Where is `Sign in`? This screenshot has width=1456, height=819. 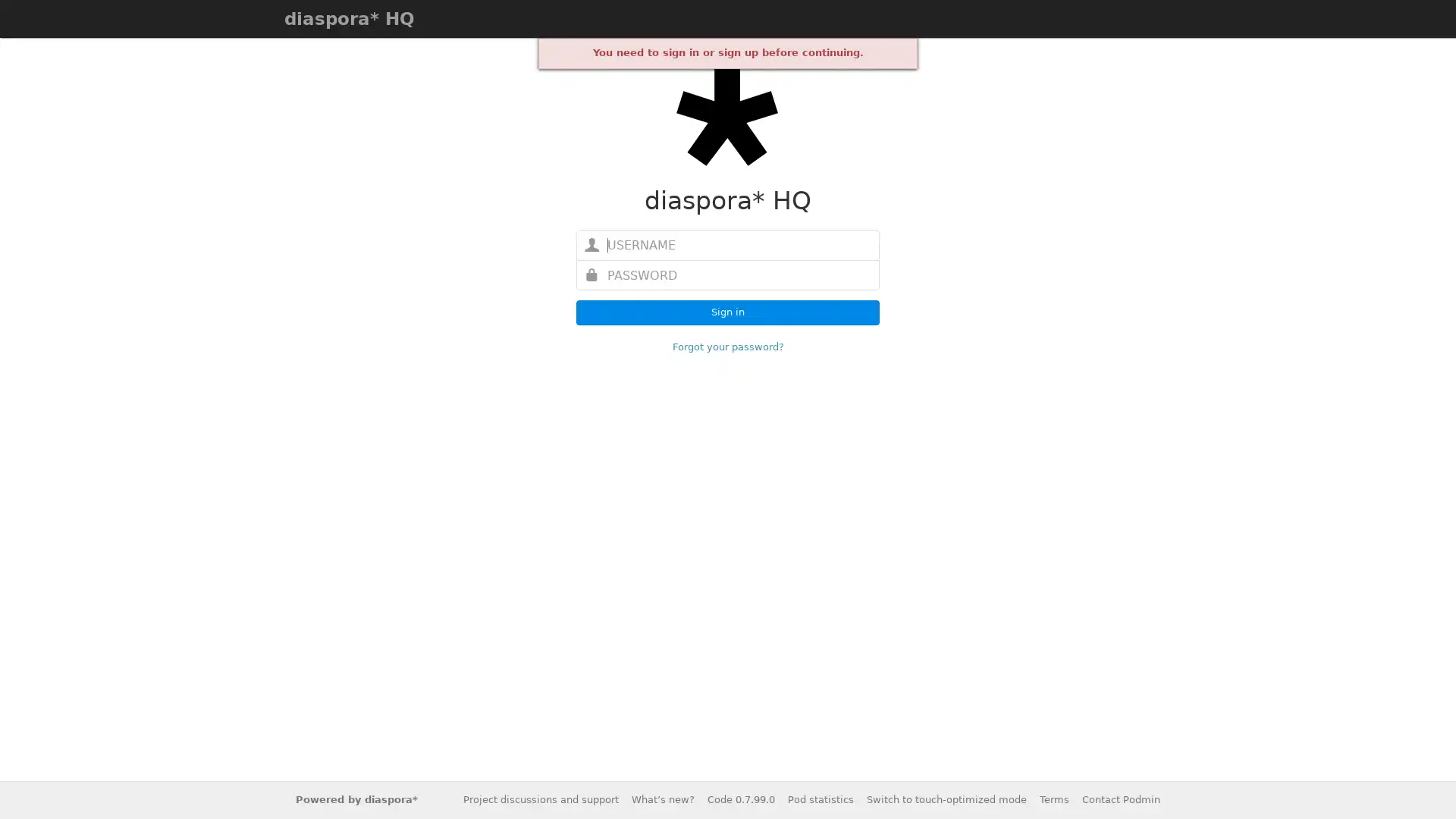
Sign in is located at coordinates (728, 312).